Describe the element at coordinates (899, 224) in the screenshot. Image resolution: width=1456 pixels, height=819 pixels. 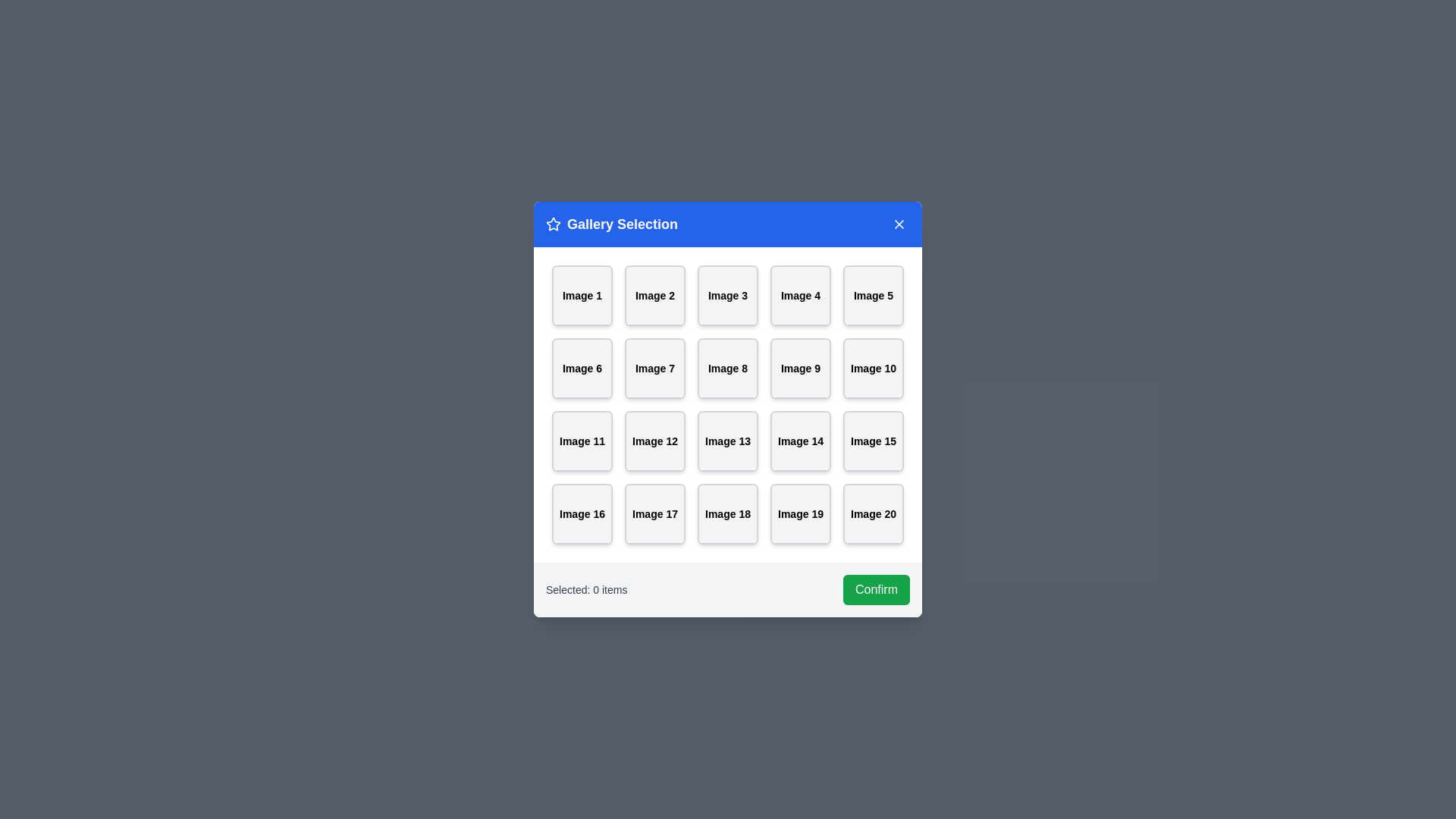
I see `the close button to close the dialog` at that location.